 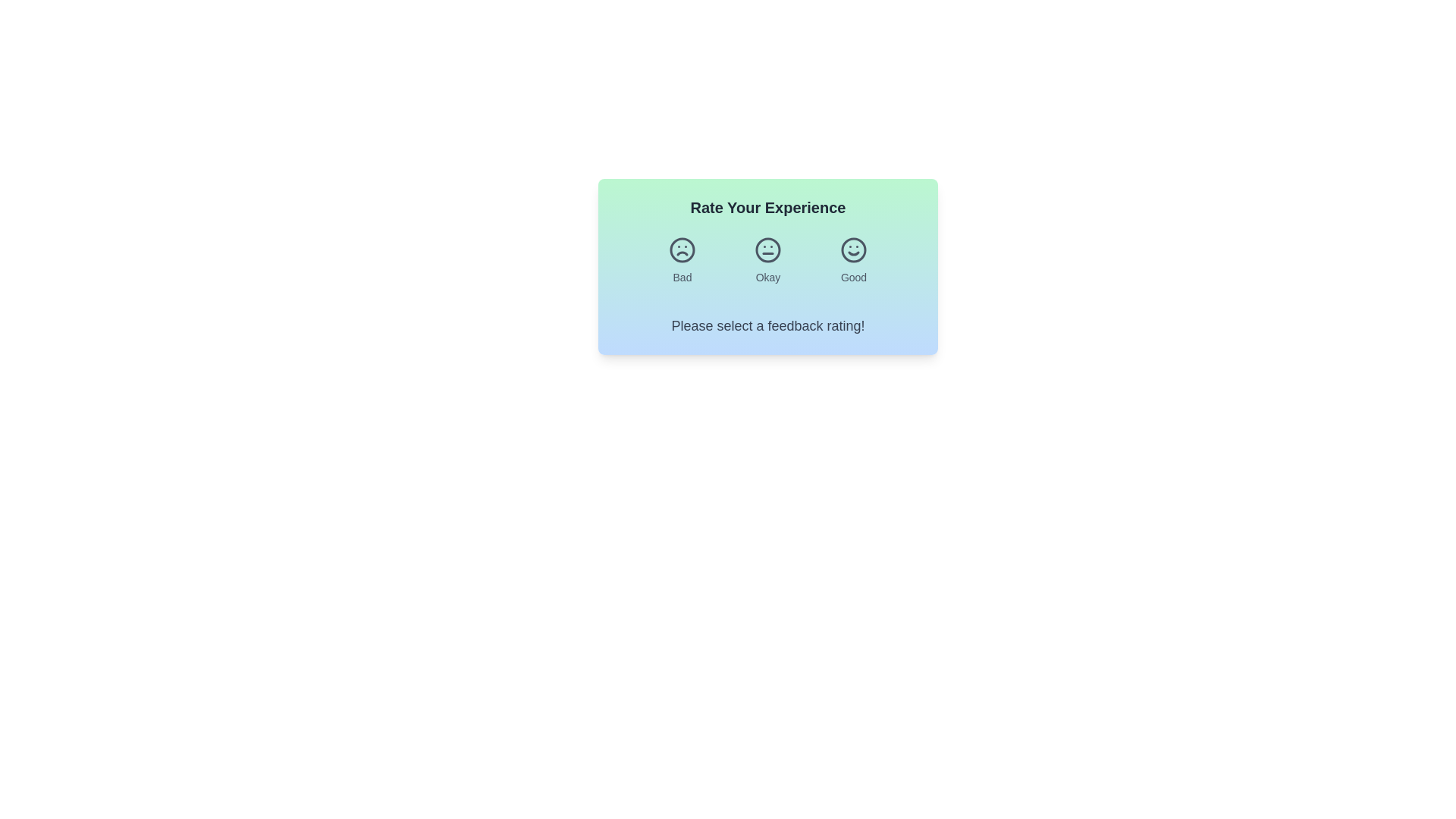 What do you see at coordinates (682, 259) in the screenshot?
I see `the feedback button labeled Bad` at bounding box center [682, 259].